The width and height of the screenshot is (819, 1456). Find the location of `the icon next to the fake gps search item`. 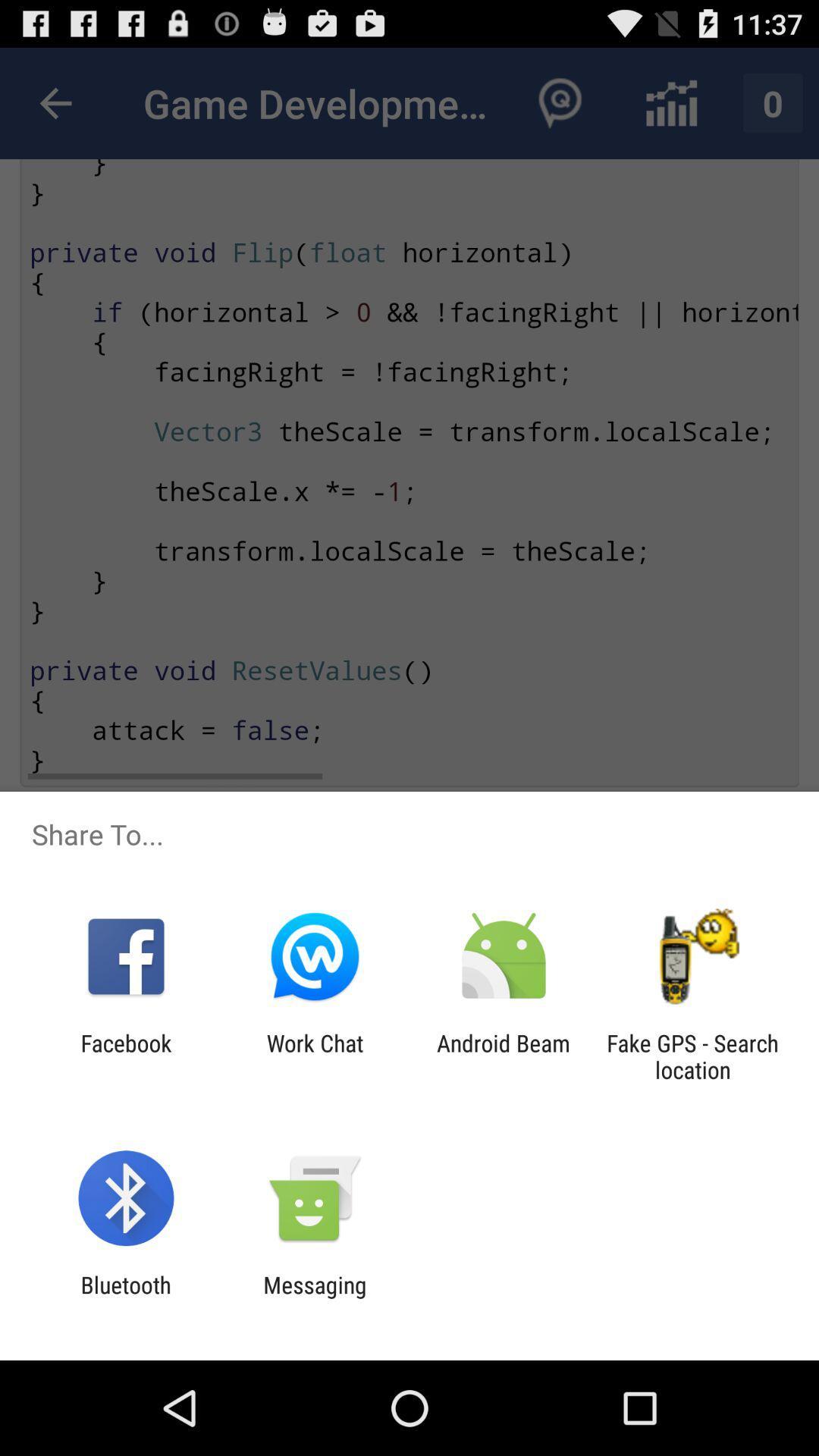

the icon next to the fake gps search item is located at coordinates (504, 1056).